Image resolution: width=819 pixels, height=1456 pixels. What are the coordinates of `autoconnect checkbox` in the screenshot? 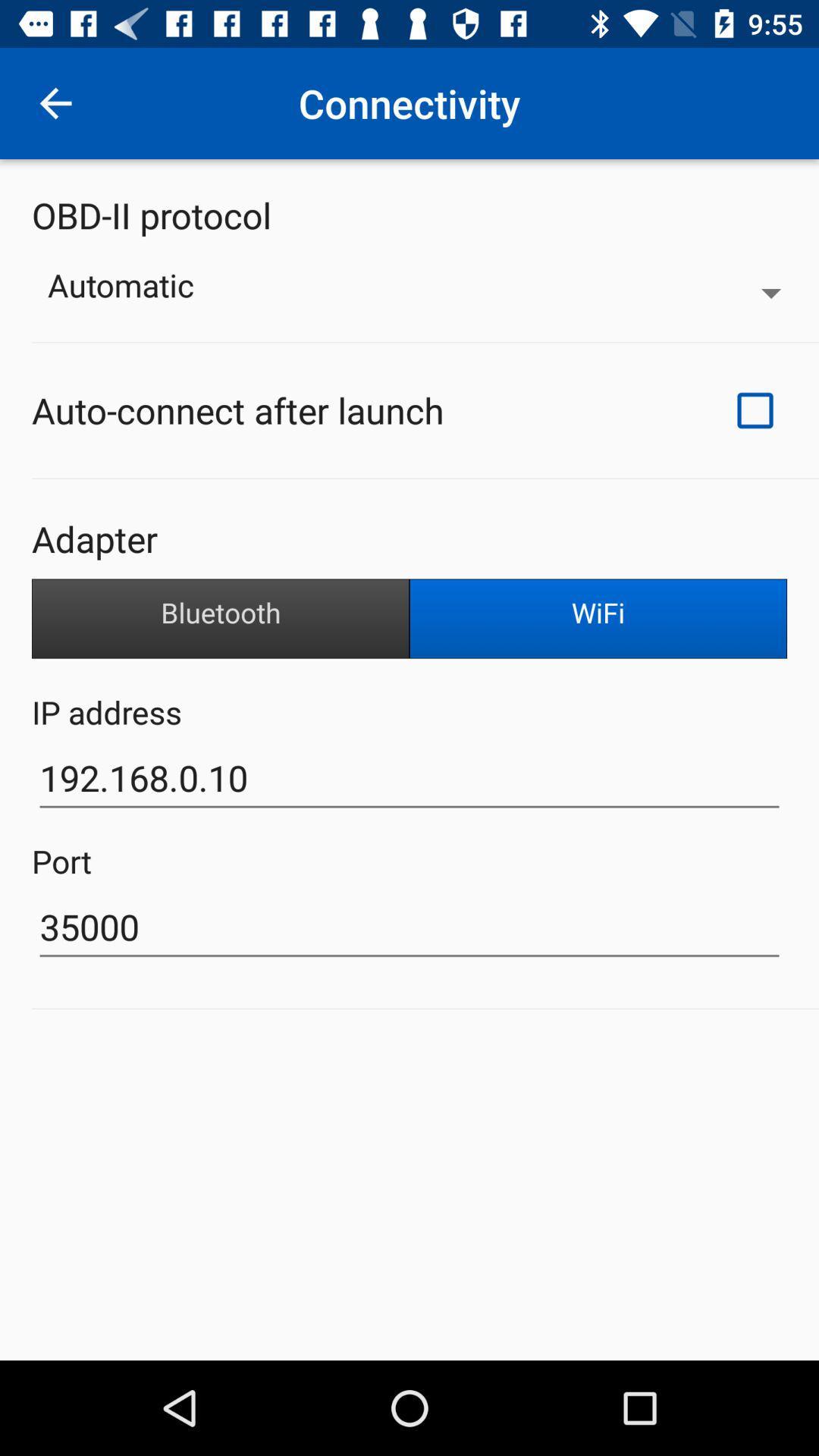 It's located at (755, 410).